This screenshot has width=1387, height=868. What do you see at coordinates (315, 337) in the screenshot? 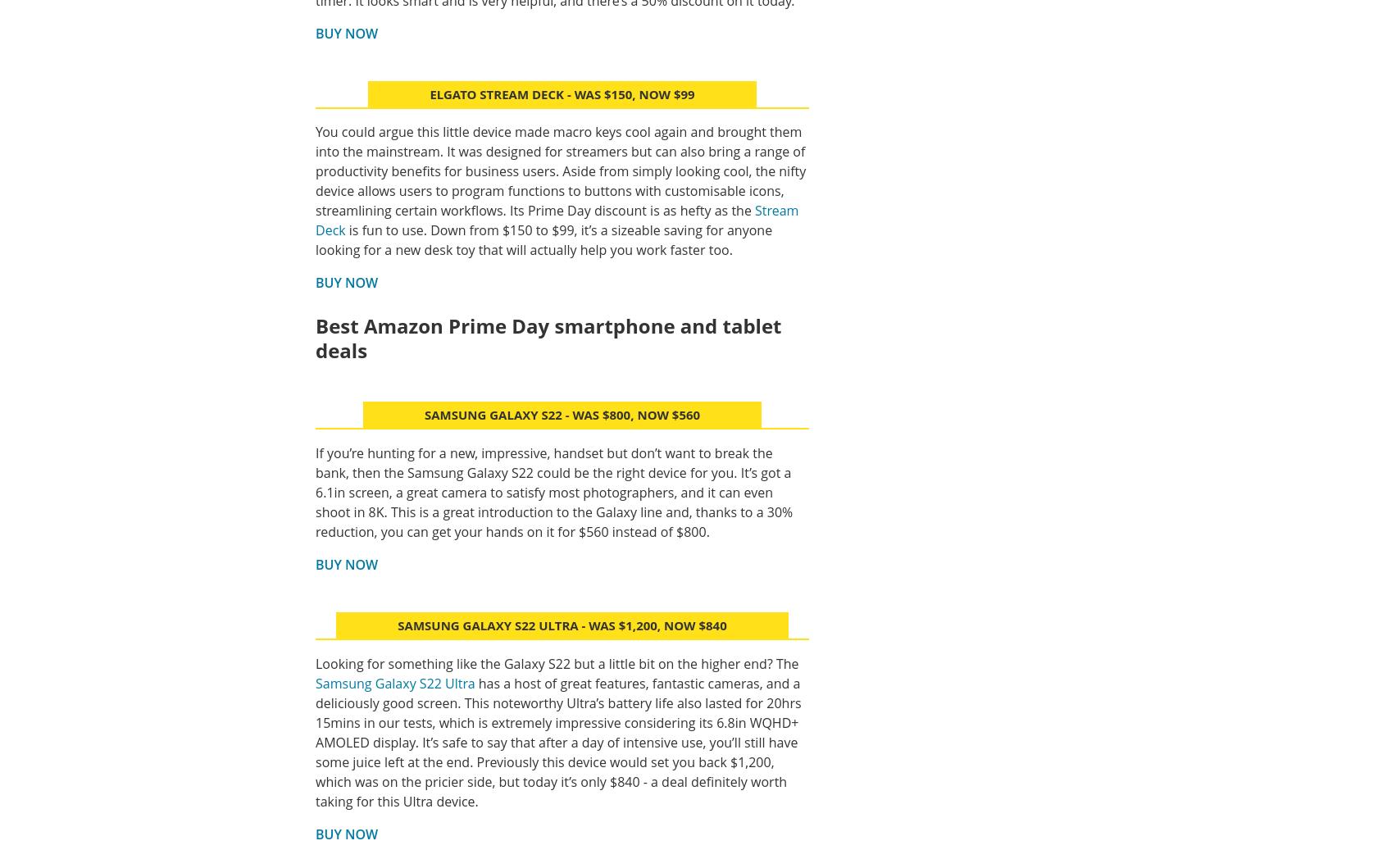
I see `'Best Amazon Prime Day smartphone and tablet deals'` at bounding box center [315, 337].